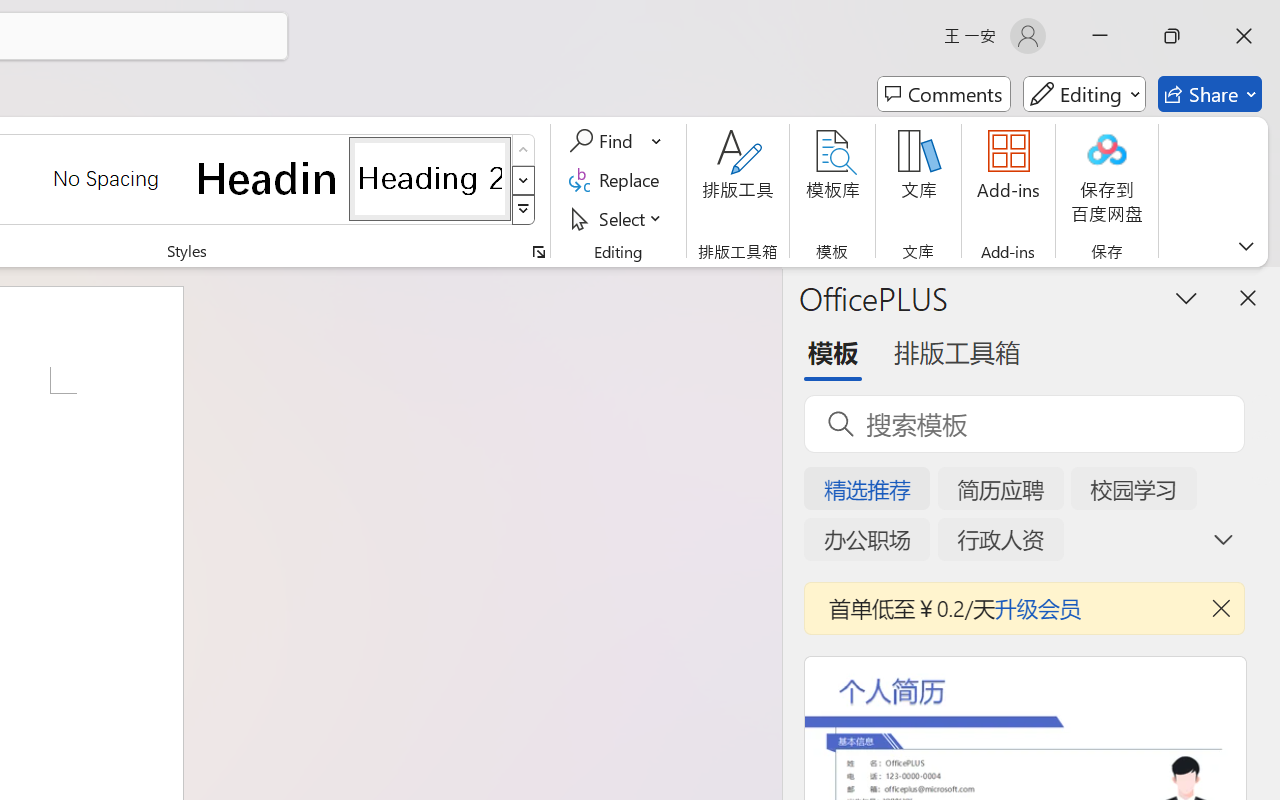 This screenshot has height=800, width=1280. What do you see at coordinates (617, 218) in the screenshot?
I see `'Select'` at bounding box center [617, 218].